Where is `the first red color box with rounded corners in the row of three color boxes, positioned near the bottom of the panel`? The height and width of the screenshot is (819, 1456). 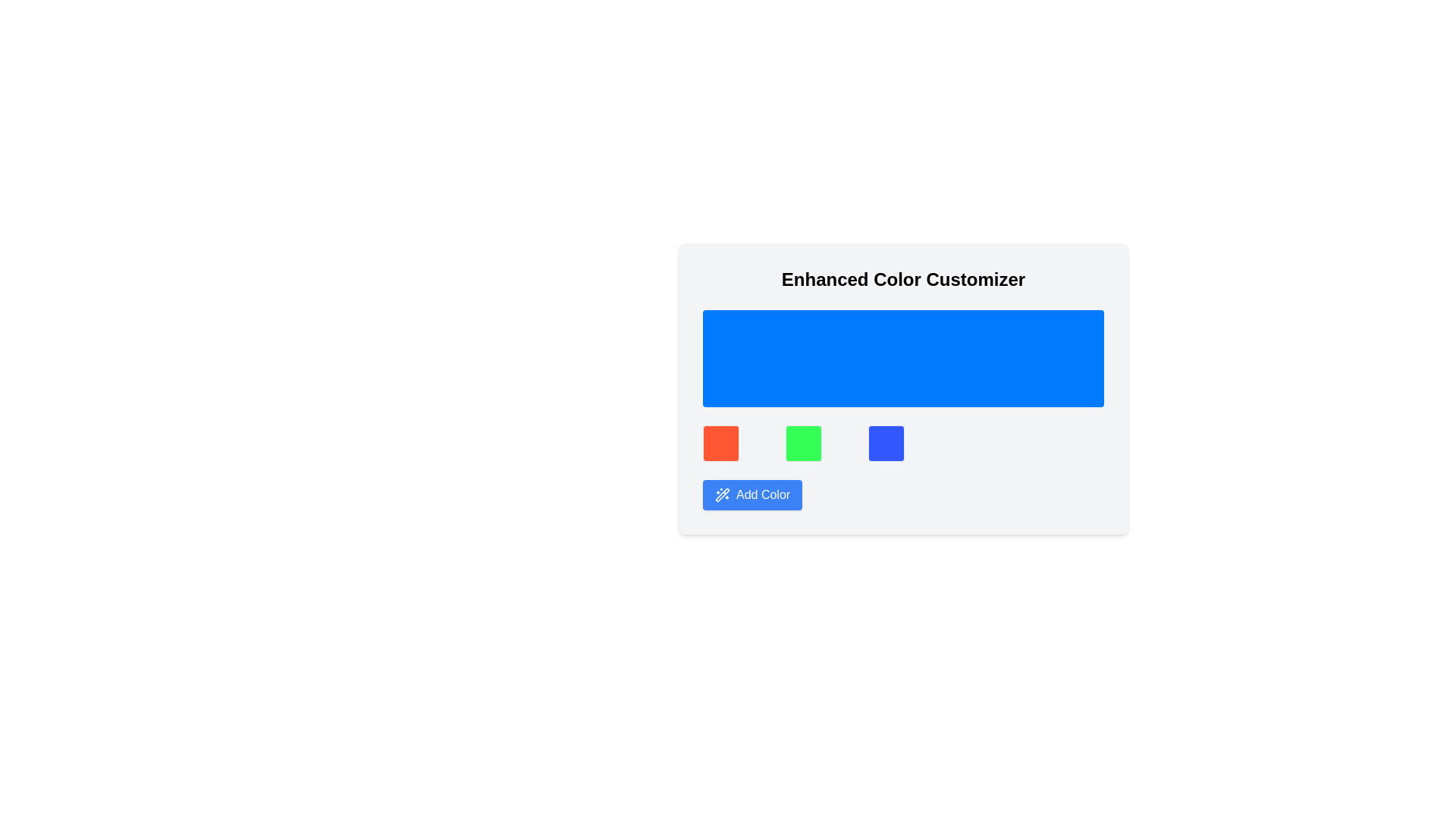 the first red color box with rounded corners in the row of three color boxes, positioned near the bottom of the panel is located at coordinates (720, 444).